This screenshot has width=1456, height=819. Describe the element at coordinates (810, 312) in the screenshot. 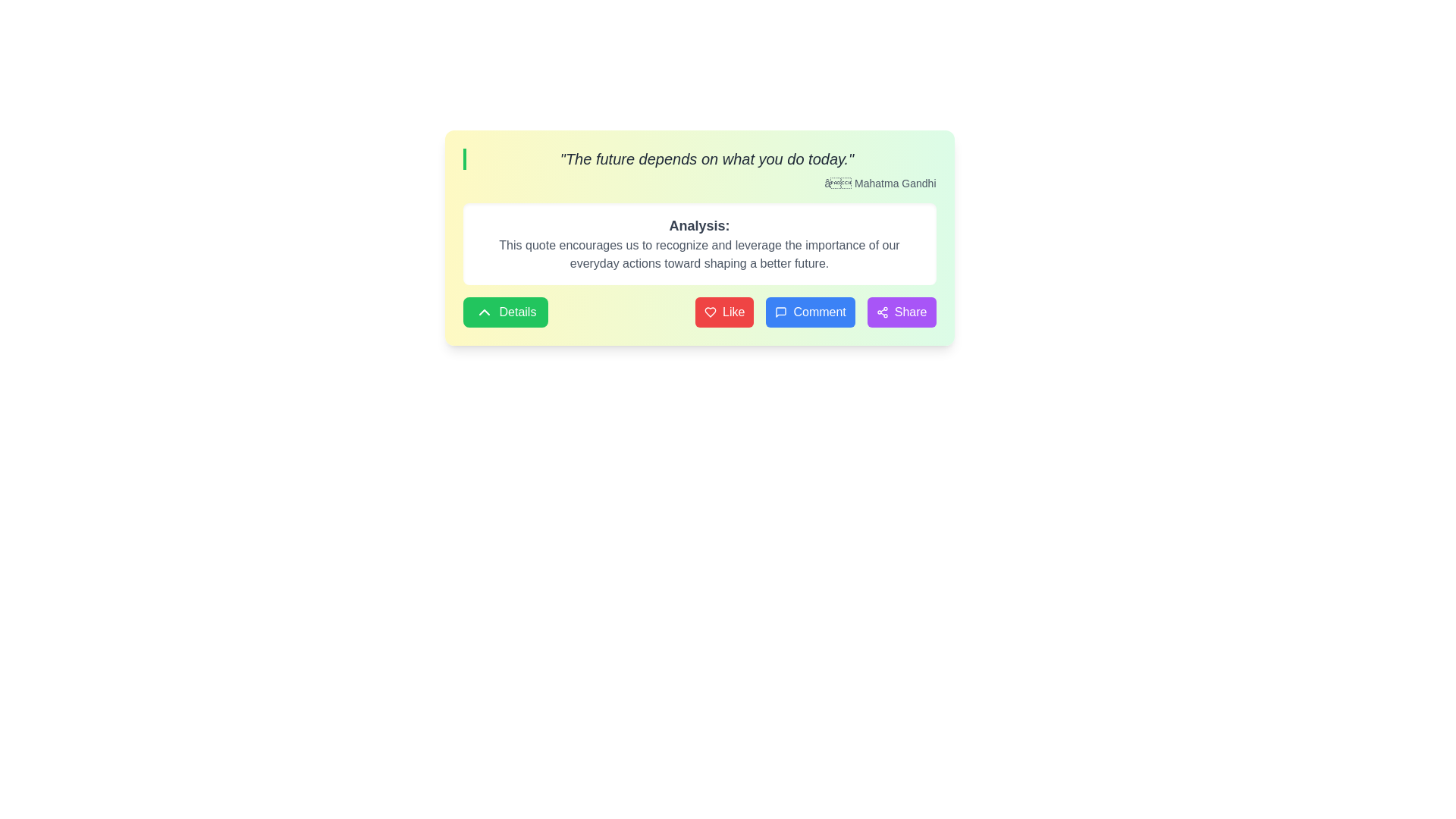

I see `the blue 'Comment' button with white text and a speech bubble icon, which is the third button in a row of interactive buttons at the bottom of a card interface` at that location.